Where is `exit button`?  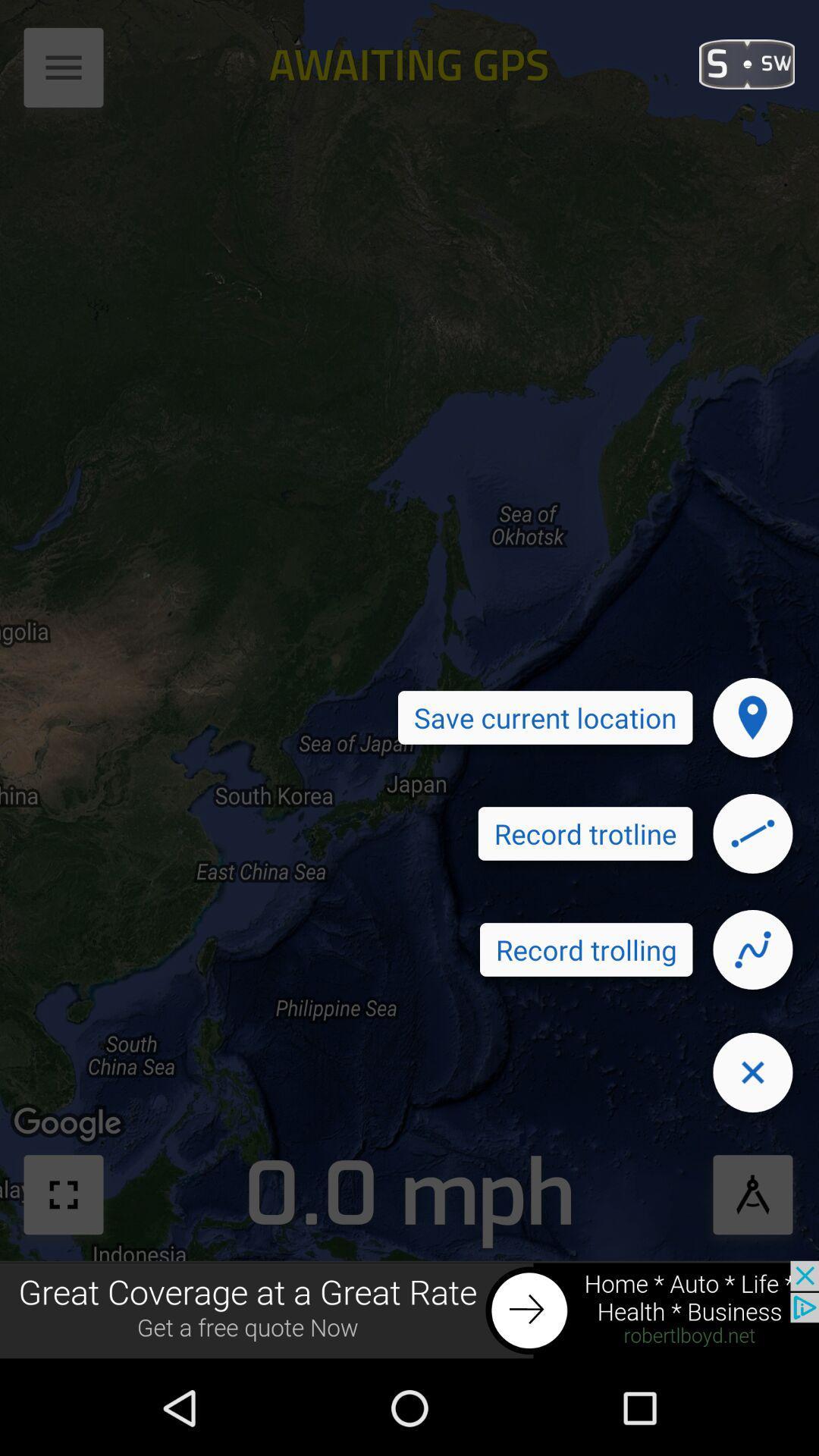 exit button is located at coordinates (752, 1072).